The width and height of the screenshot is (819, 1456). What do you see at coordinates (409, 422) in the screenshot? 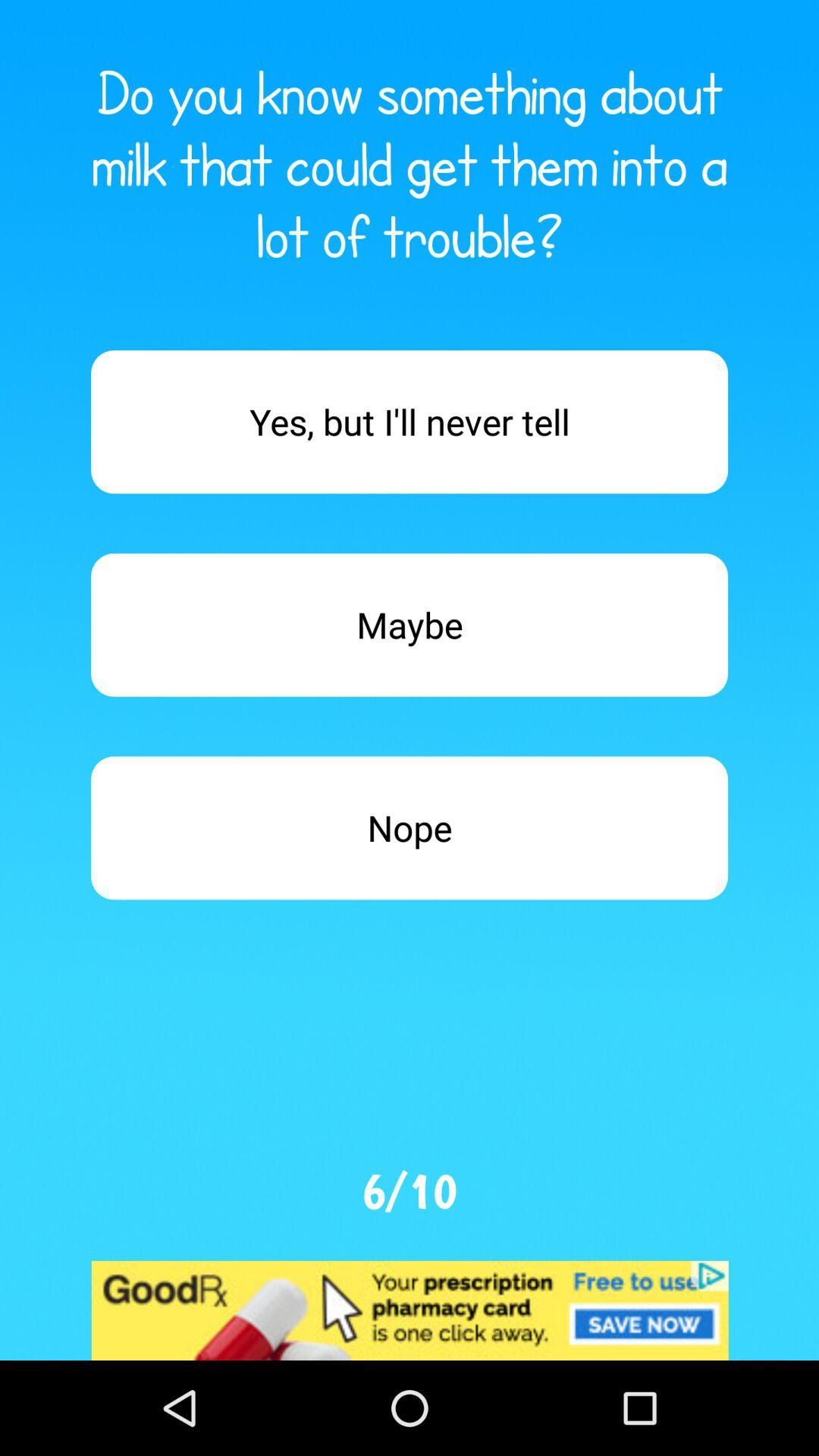
I see `answer` at bounding box center [409, 422].